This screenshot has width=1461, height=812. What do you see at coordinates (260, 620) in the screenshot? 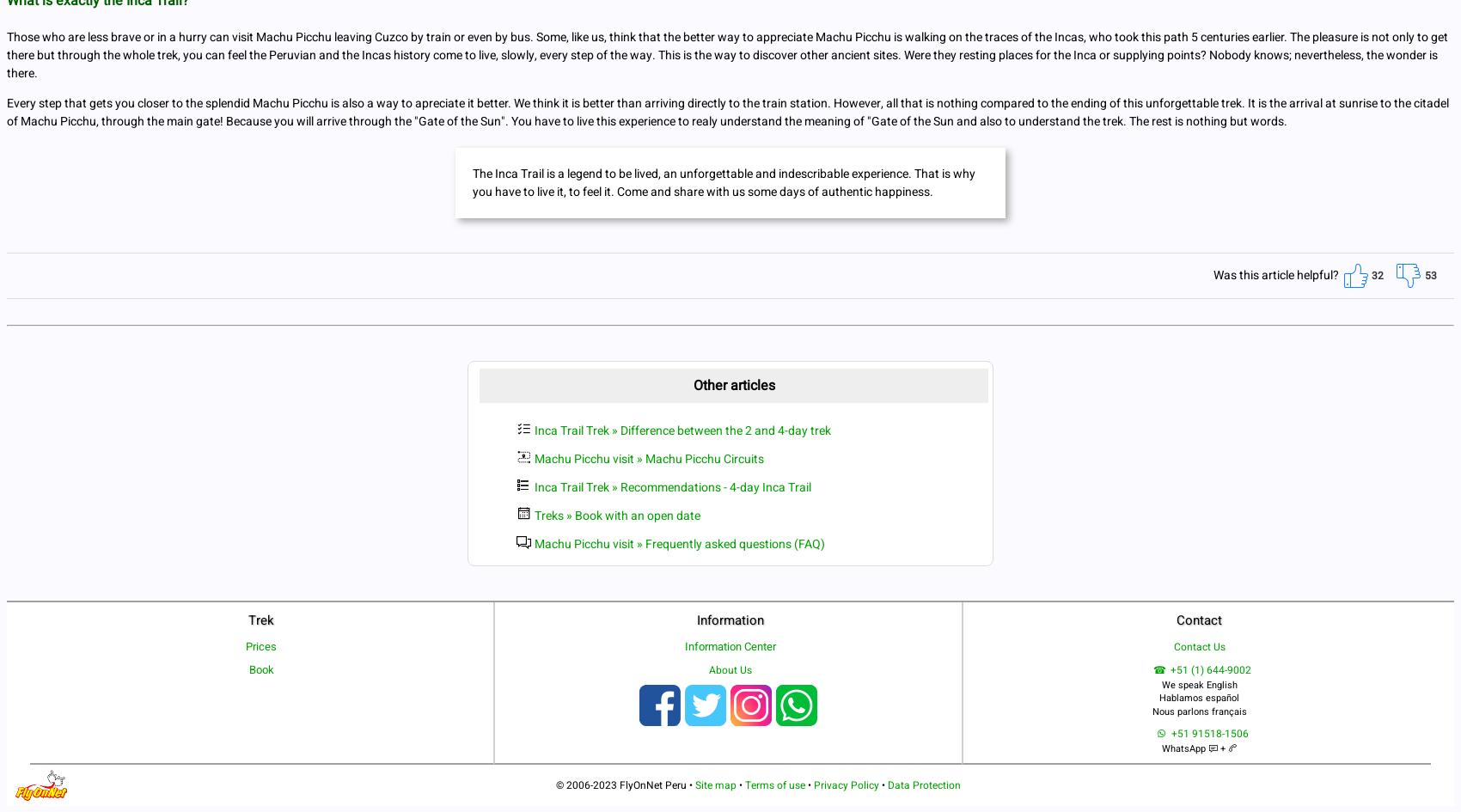
I see `'Trek'` at bounding box center [260, 620].